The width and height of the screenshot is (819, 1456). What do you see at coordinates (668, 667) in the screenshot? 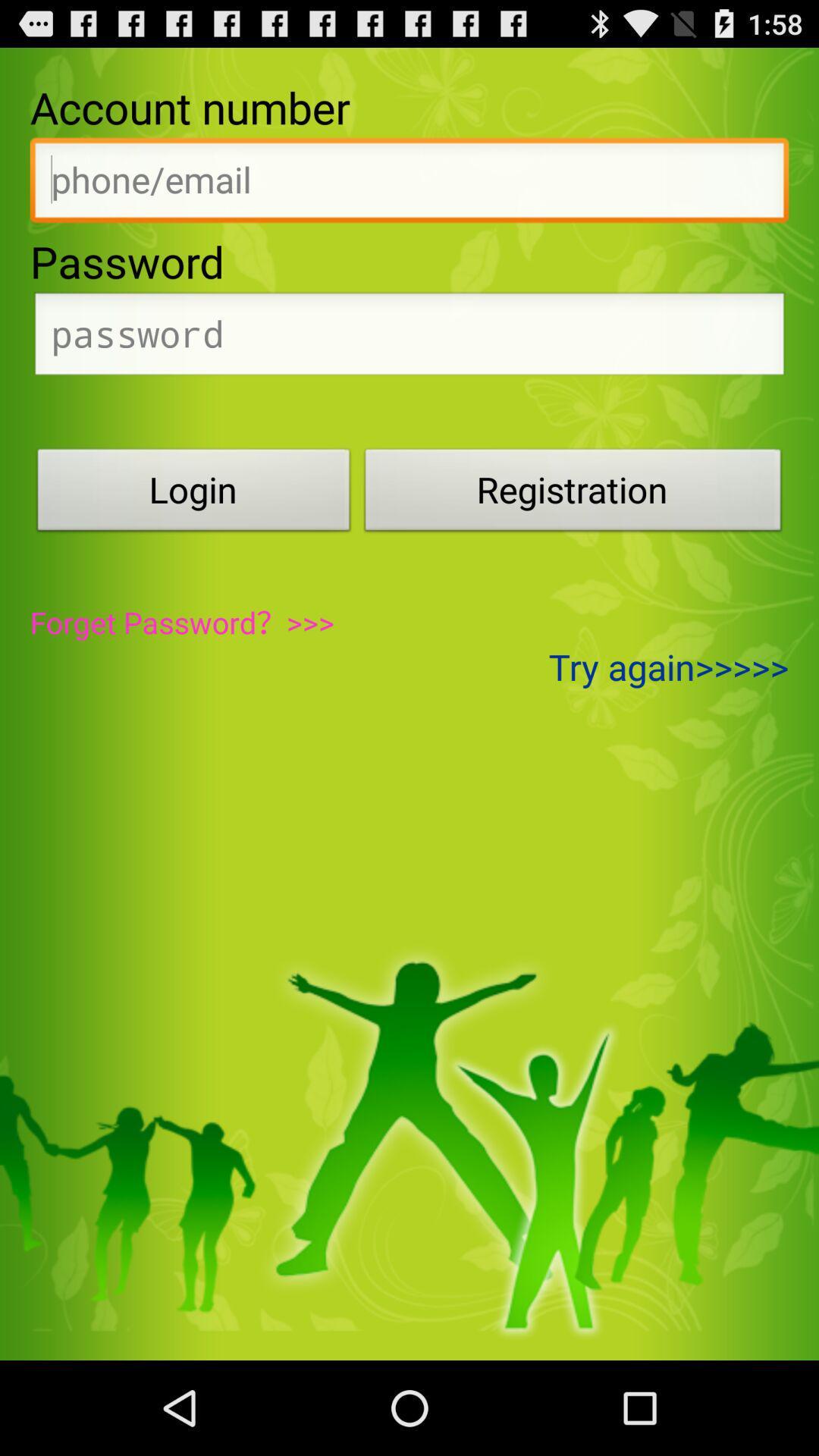
I see `the icon below registration` at bounding box center [668, 667].